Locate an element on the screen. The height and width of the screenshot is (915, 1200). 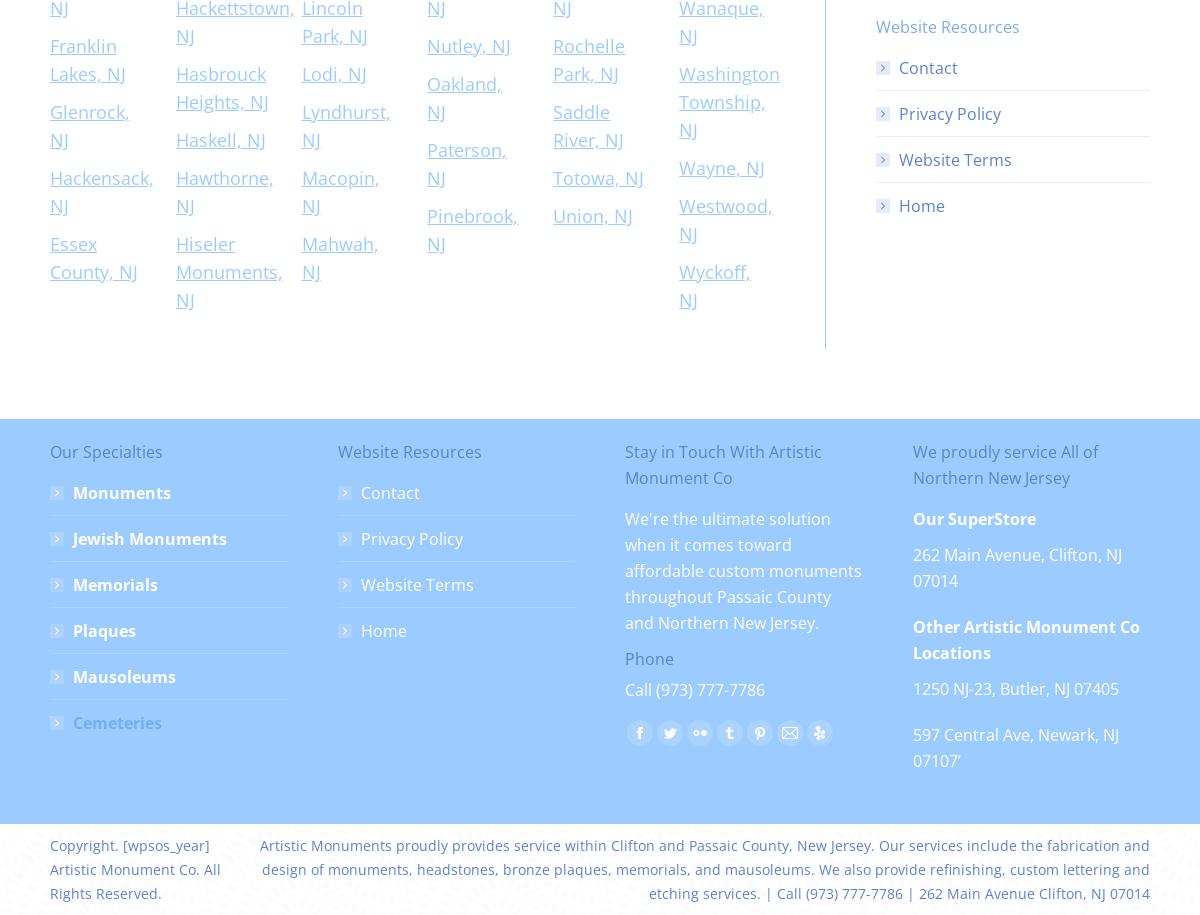
'Oakland, NJ' is located at coordinates (426, 96).